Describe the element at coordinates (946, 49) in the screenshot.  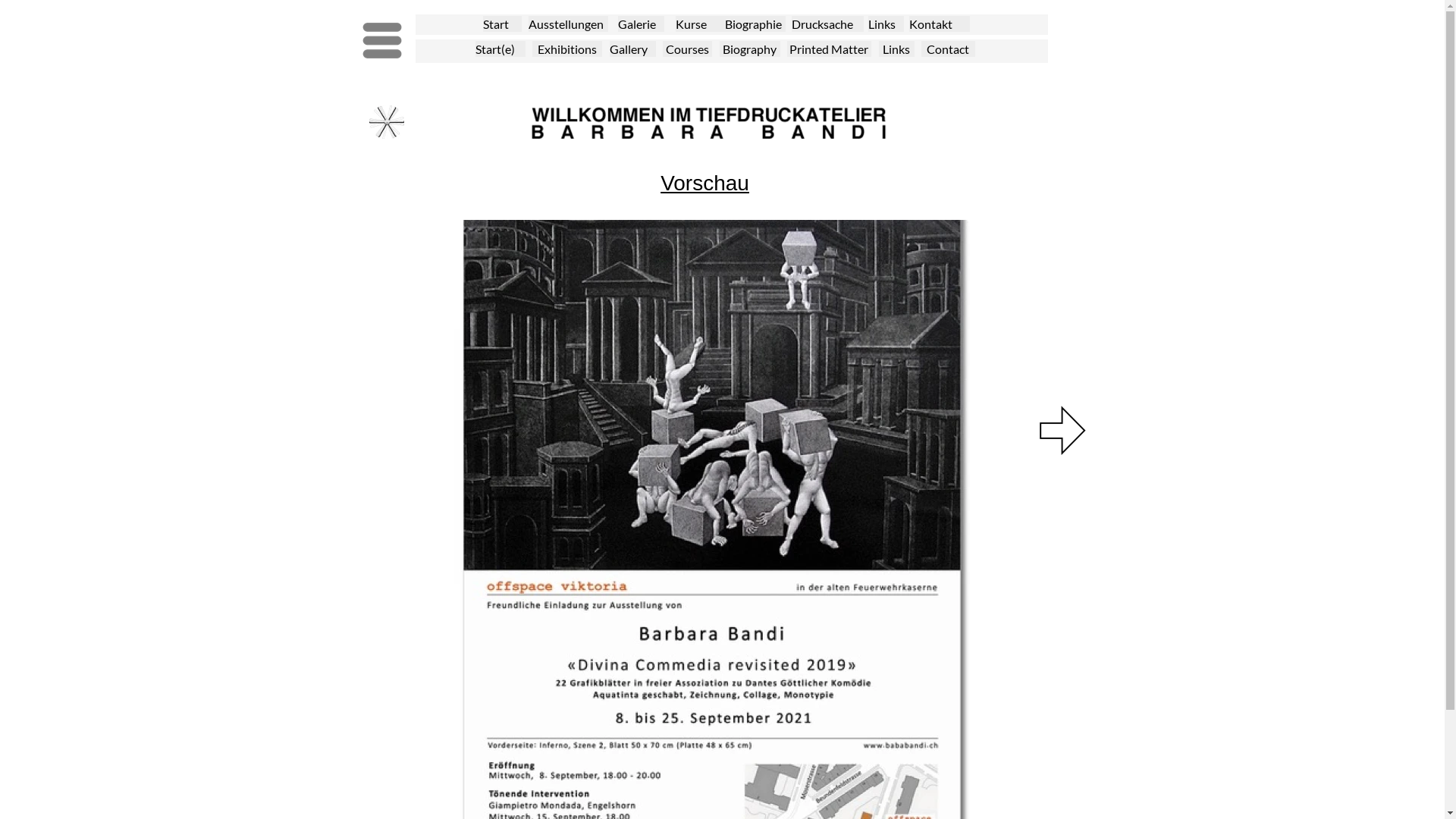
I see `'Contact'` at that location.